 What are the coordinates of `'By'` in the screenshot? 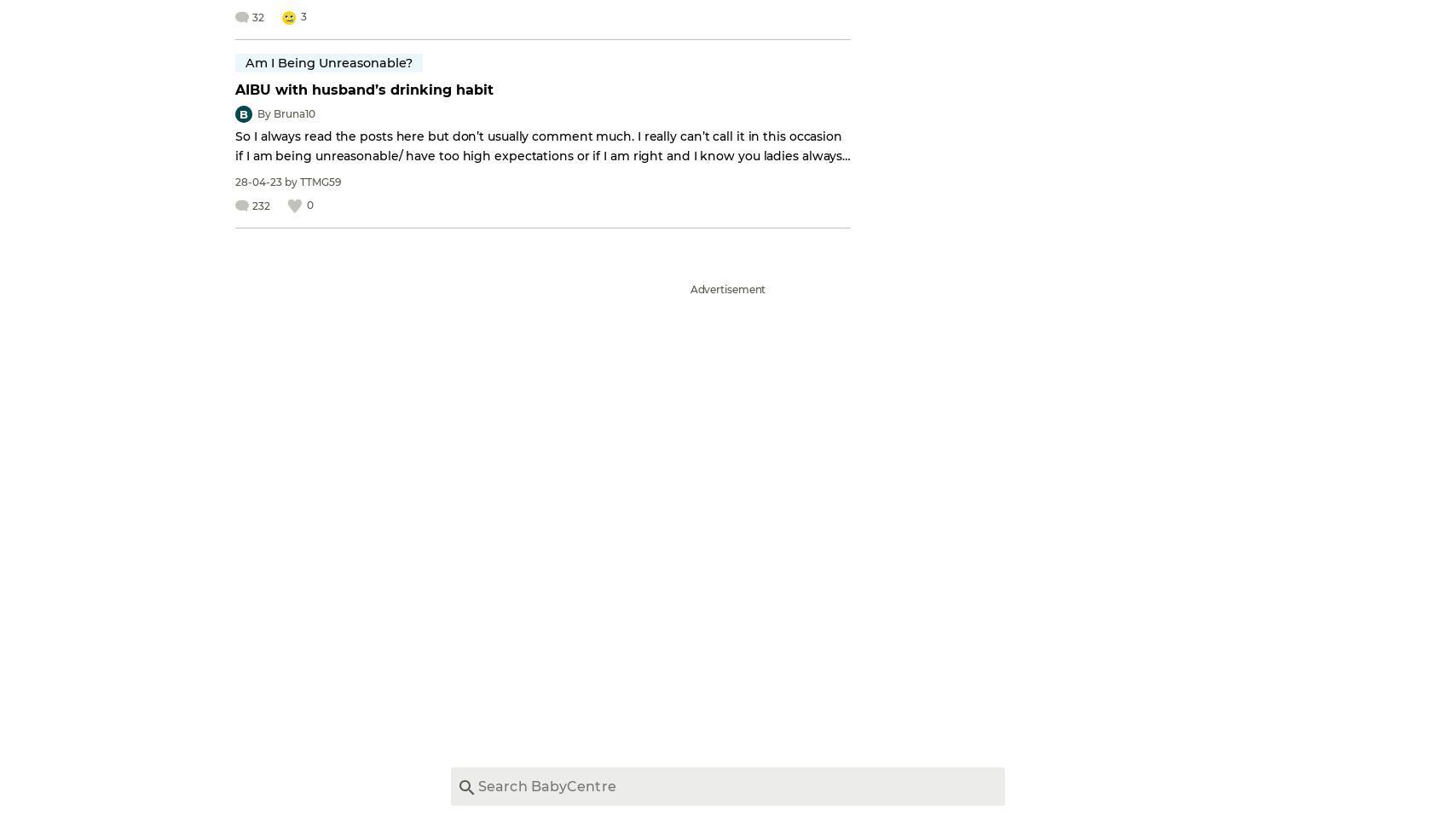 It's located at (264, 113).